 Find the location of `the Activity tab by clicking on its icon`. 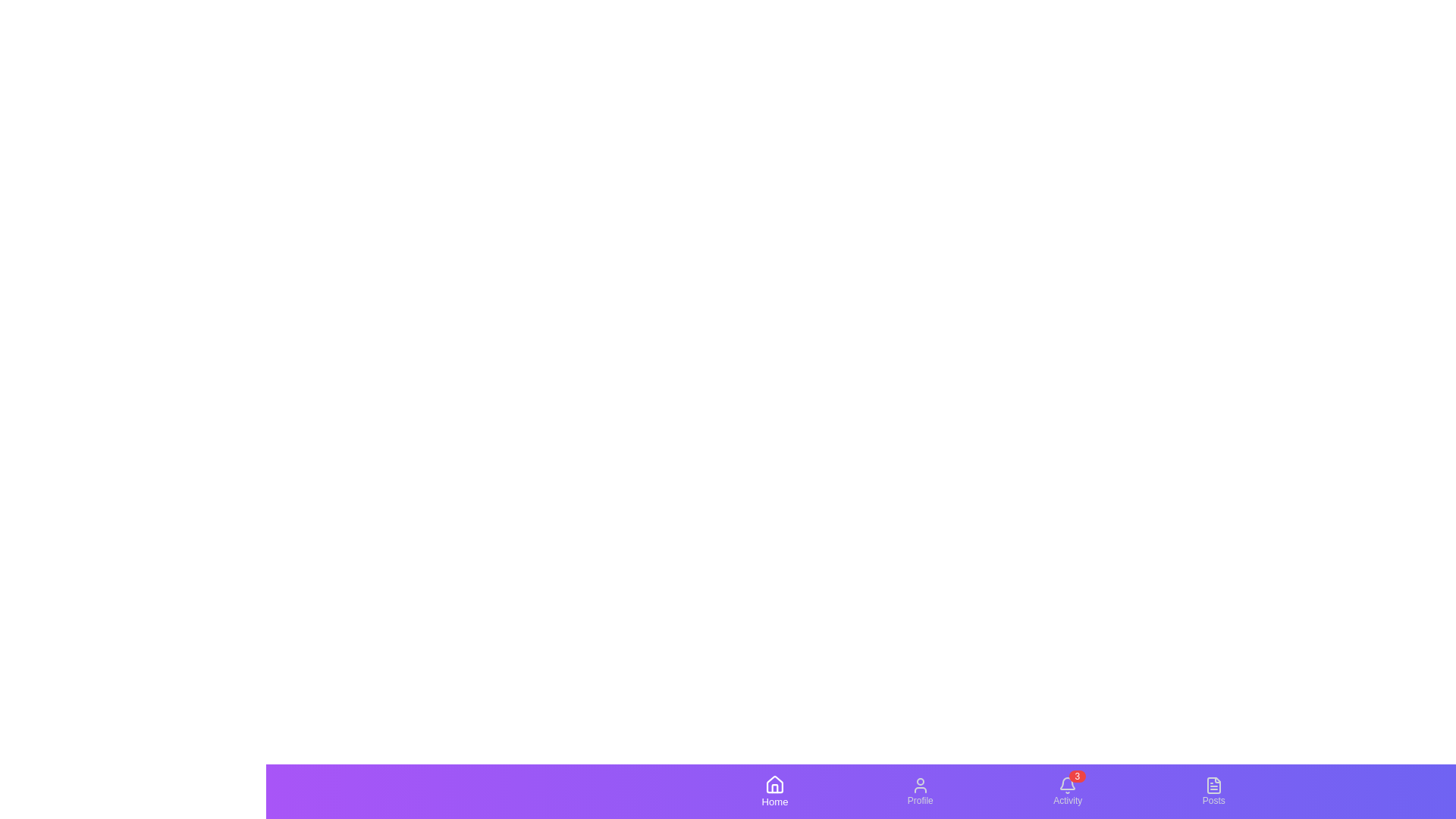

the Activity tab by clicking on its icon is located at coordinates (1066, 791).